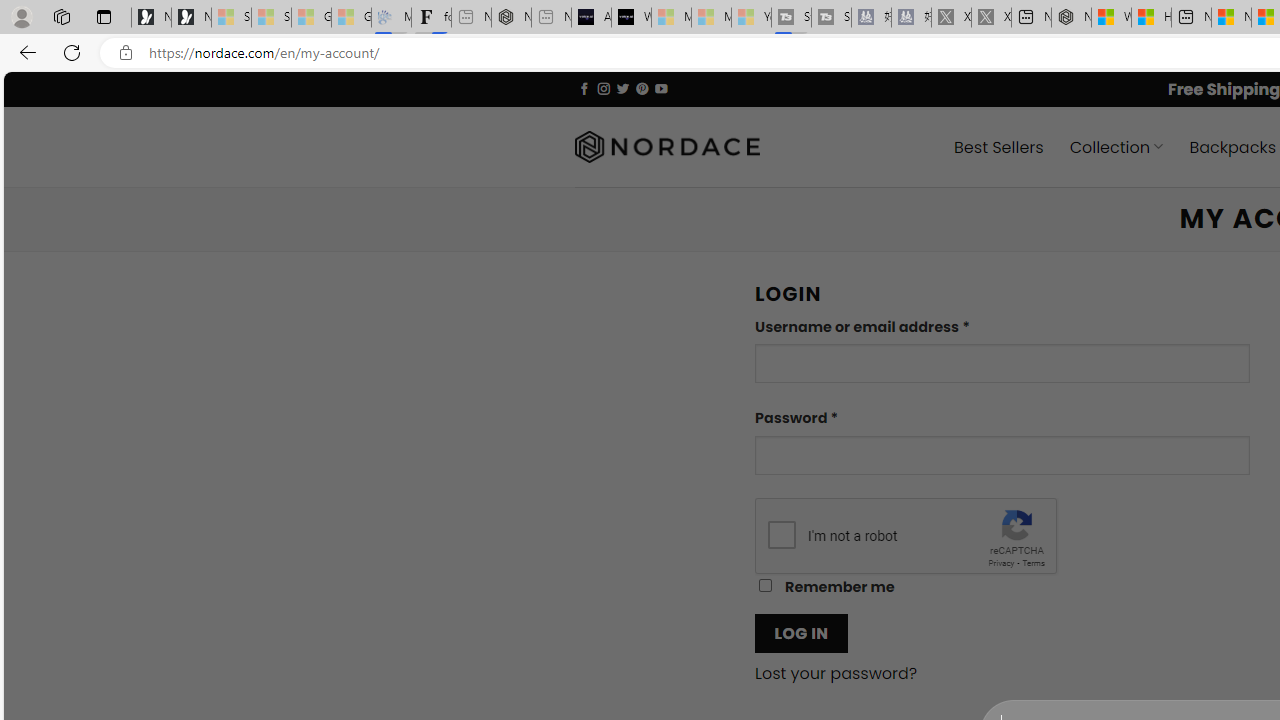 The width and height of the screenshot is (1280, 720). I want to click on 'Newsletter Sign Up', so click(191, 17).